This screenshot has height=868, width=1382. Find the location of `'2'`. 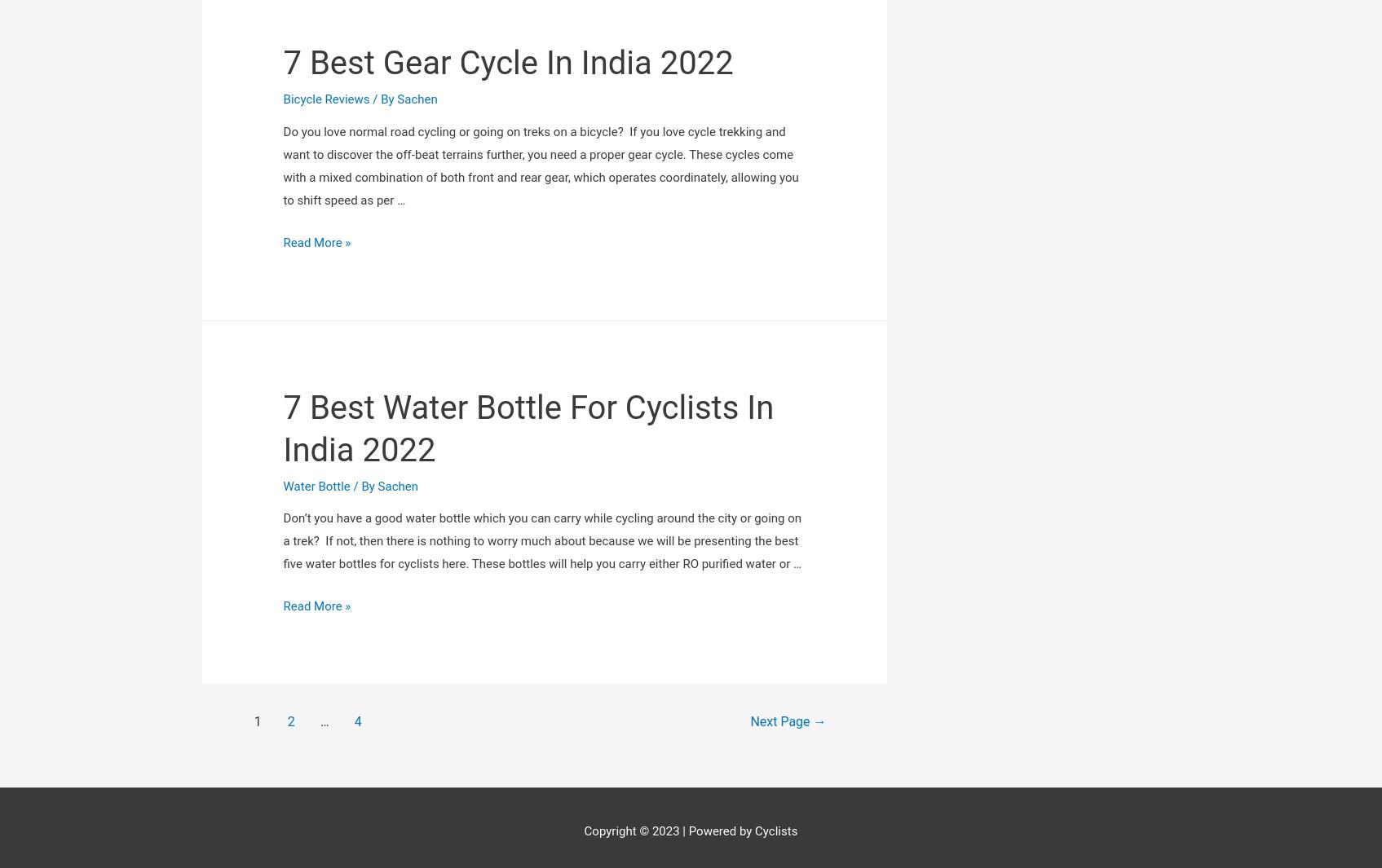

'2' is located at coordinates (289, 525).